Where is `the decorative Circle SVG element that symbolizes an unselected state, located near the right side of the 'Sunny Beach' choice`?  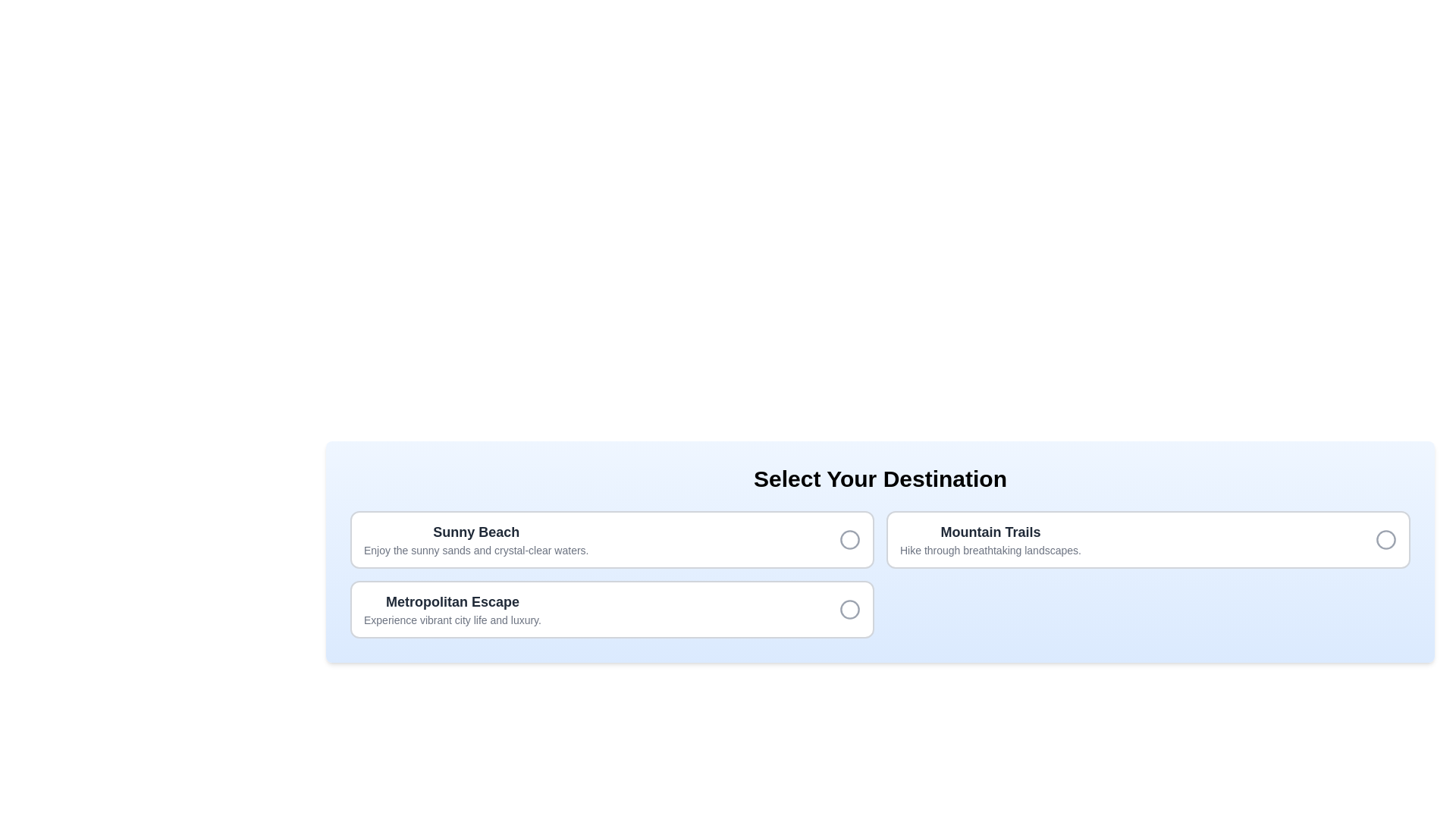
the decorative Circle SVG element that symbolizes an unselected state, located near the right side of the 'Sunny Beach' choice is located at coordinates (850, 539).